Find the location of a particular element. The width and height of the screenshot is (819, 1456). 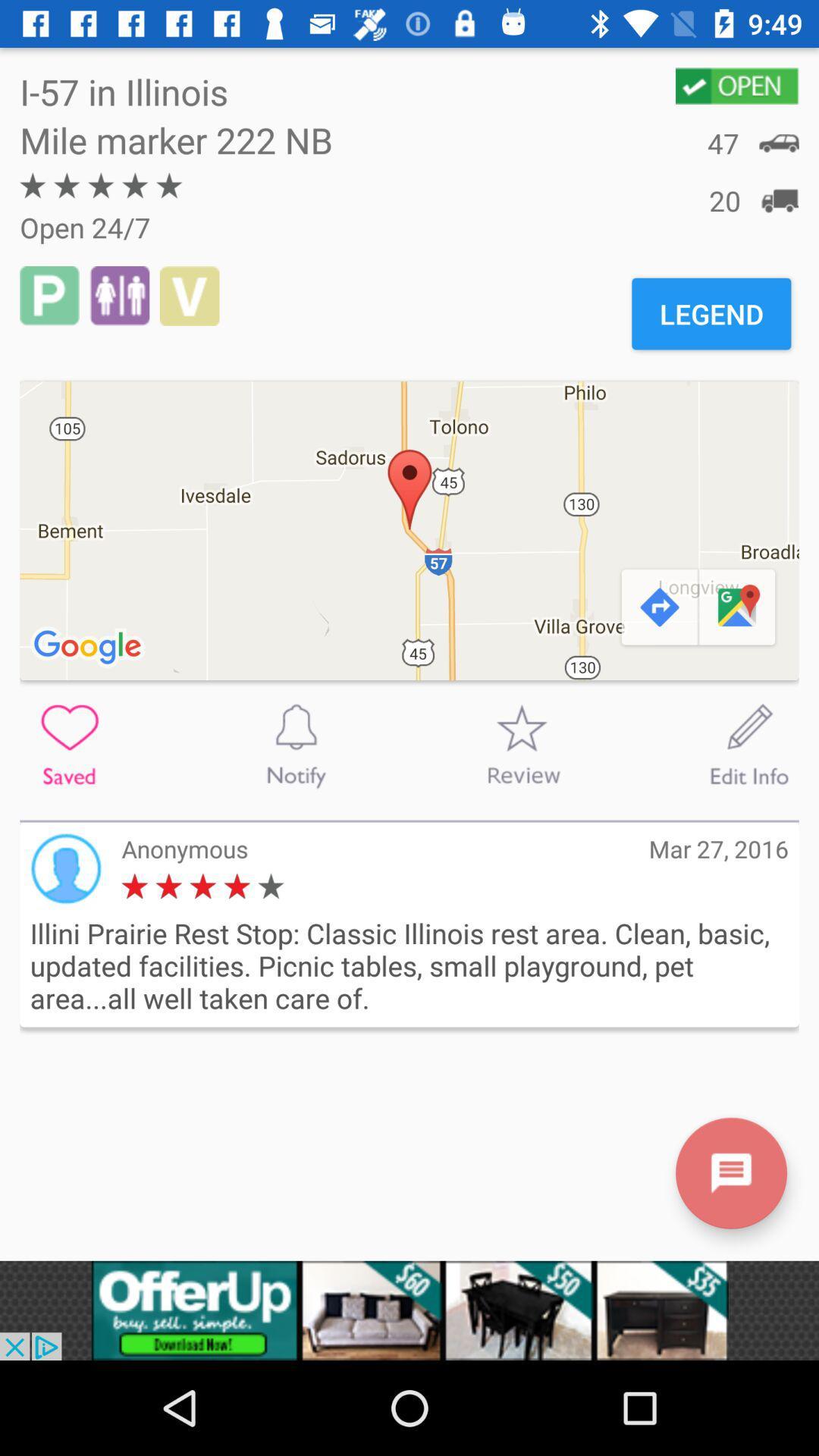

the chat icon is located at coordinates (730, 1172).